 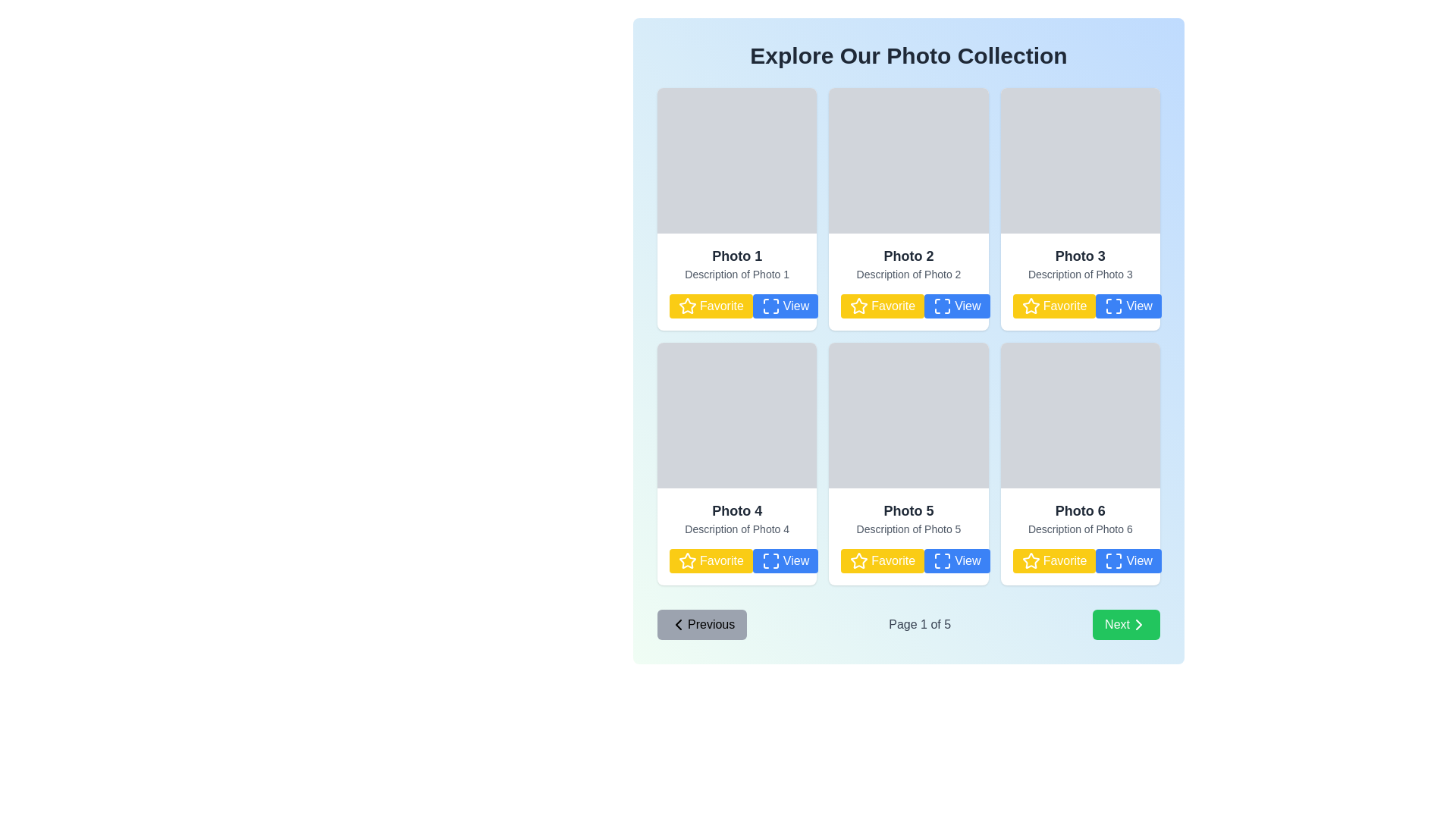 I want to click on the 'View' button located on the bottom of the card-like component with a white background and rounded corners, positioned in the bottom-right of the grid layout, so click(x=1079, y=463).